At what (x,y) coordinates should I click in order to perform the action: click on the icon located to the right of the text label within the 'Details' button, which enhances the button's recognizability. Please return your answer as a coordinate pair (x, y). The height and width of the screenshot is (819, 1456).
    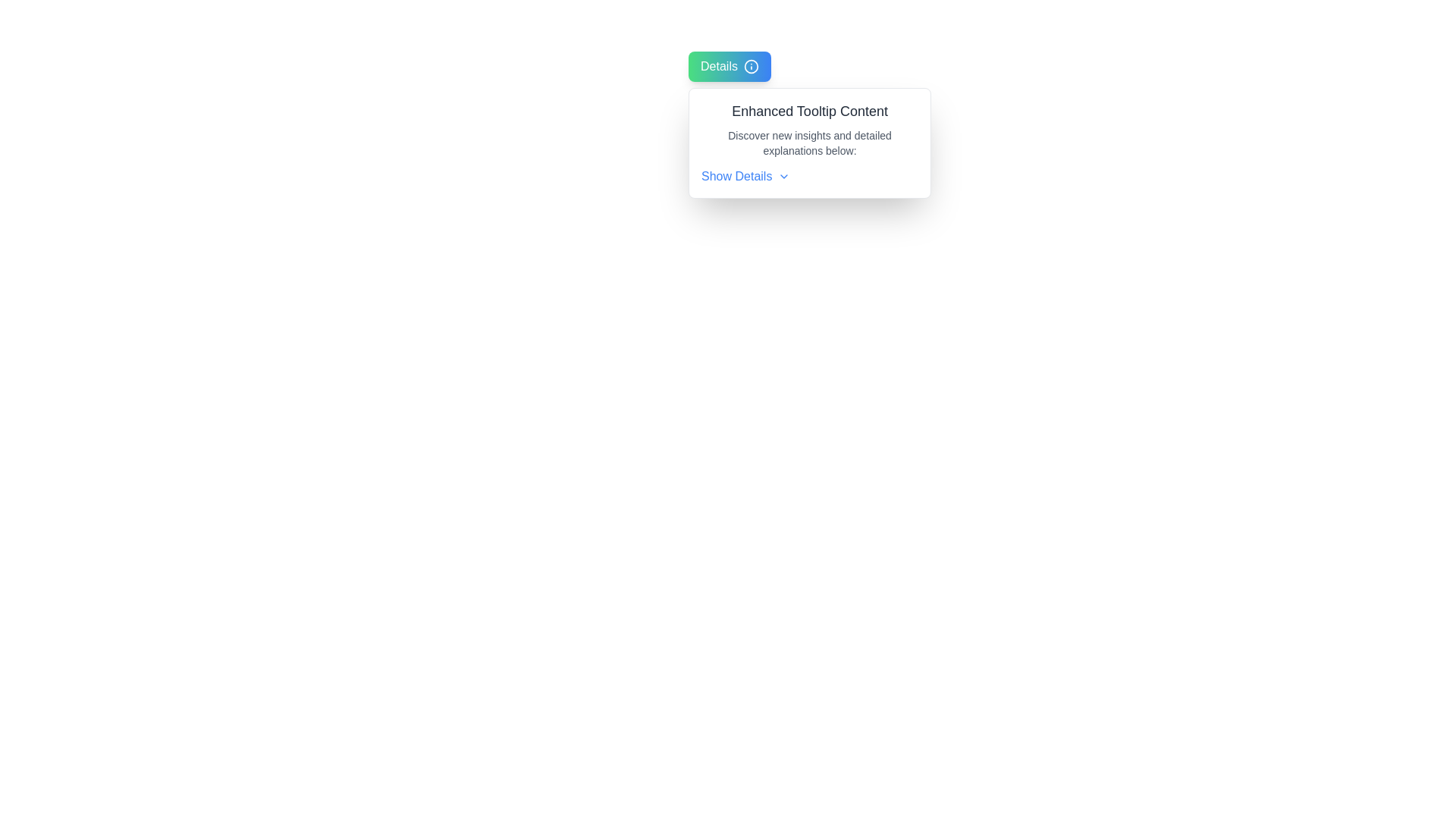
    Looking at the image, I should click on (751, 66).